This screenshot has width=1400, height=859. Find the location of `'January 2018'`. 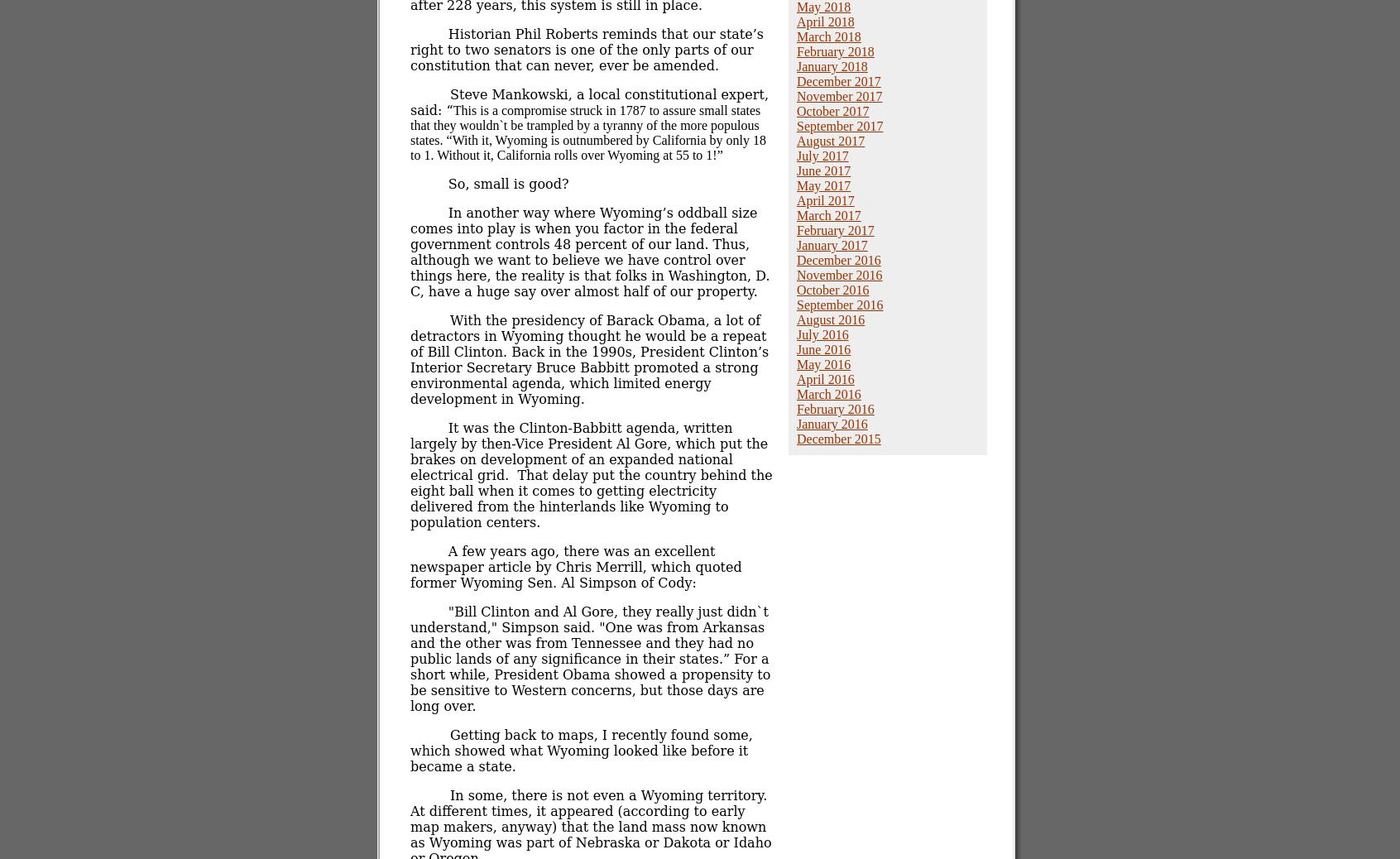

'January 2018' is located at coordinates (831, 65).